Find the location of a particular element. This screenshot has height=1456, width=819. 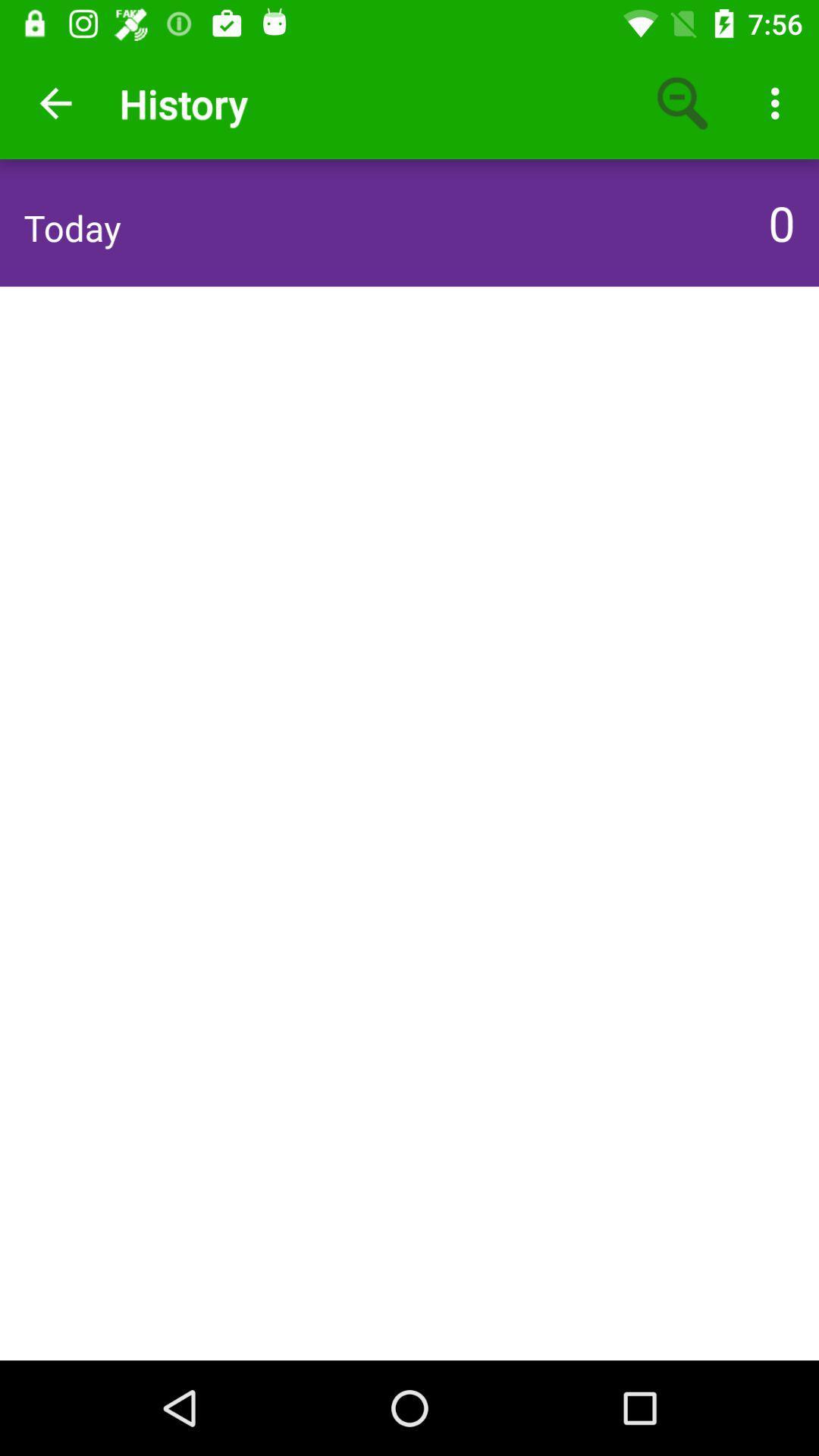

item to the right of today icon is located at coordinates (777, 221).